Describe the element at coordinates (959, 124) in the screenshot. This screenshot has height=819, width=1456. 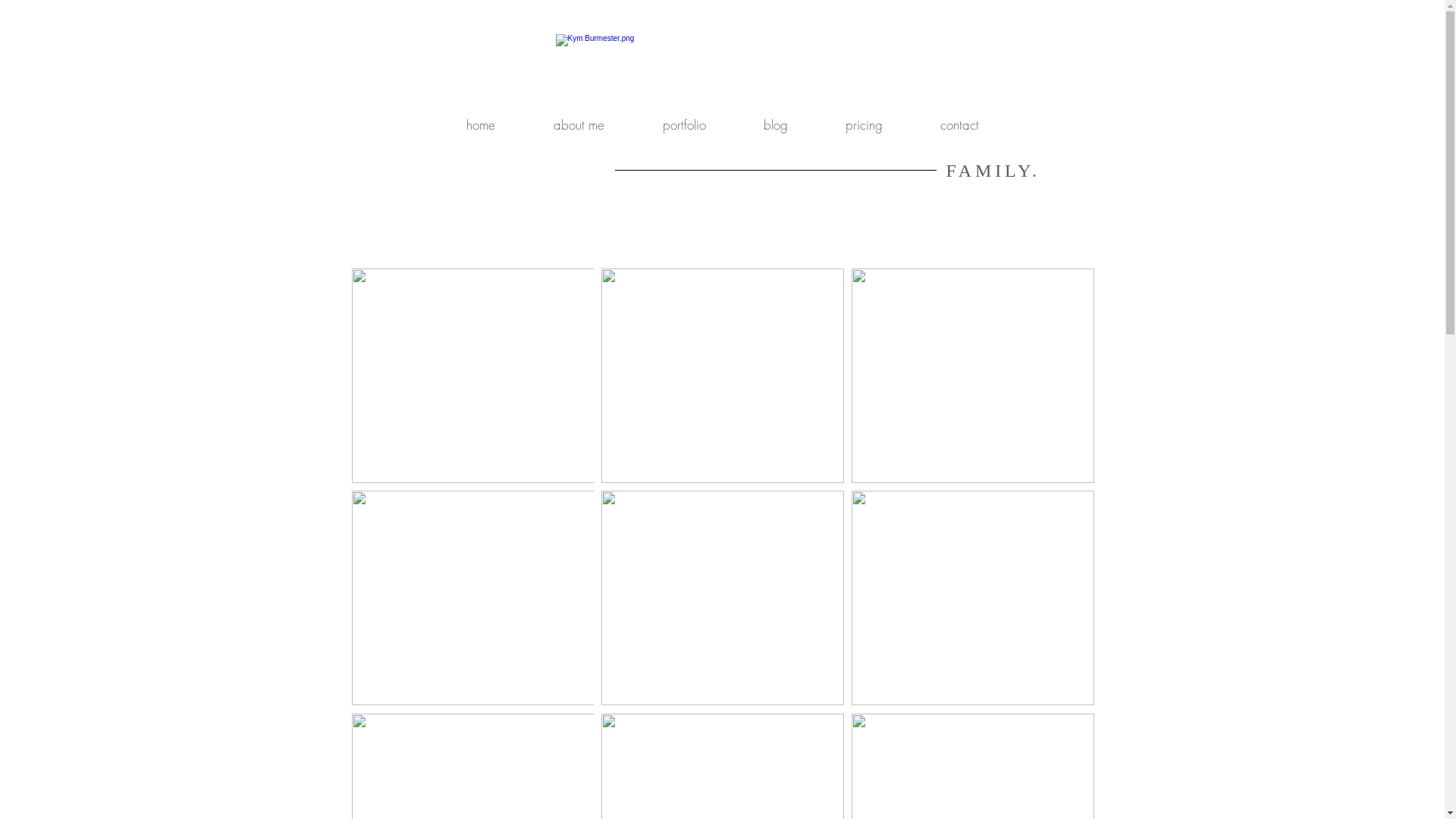
I see `'contact'` at that location.